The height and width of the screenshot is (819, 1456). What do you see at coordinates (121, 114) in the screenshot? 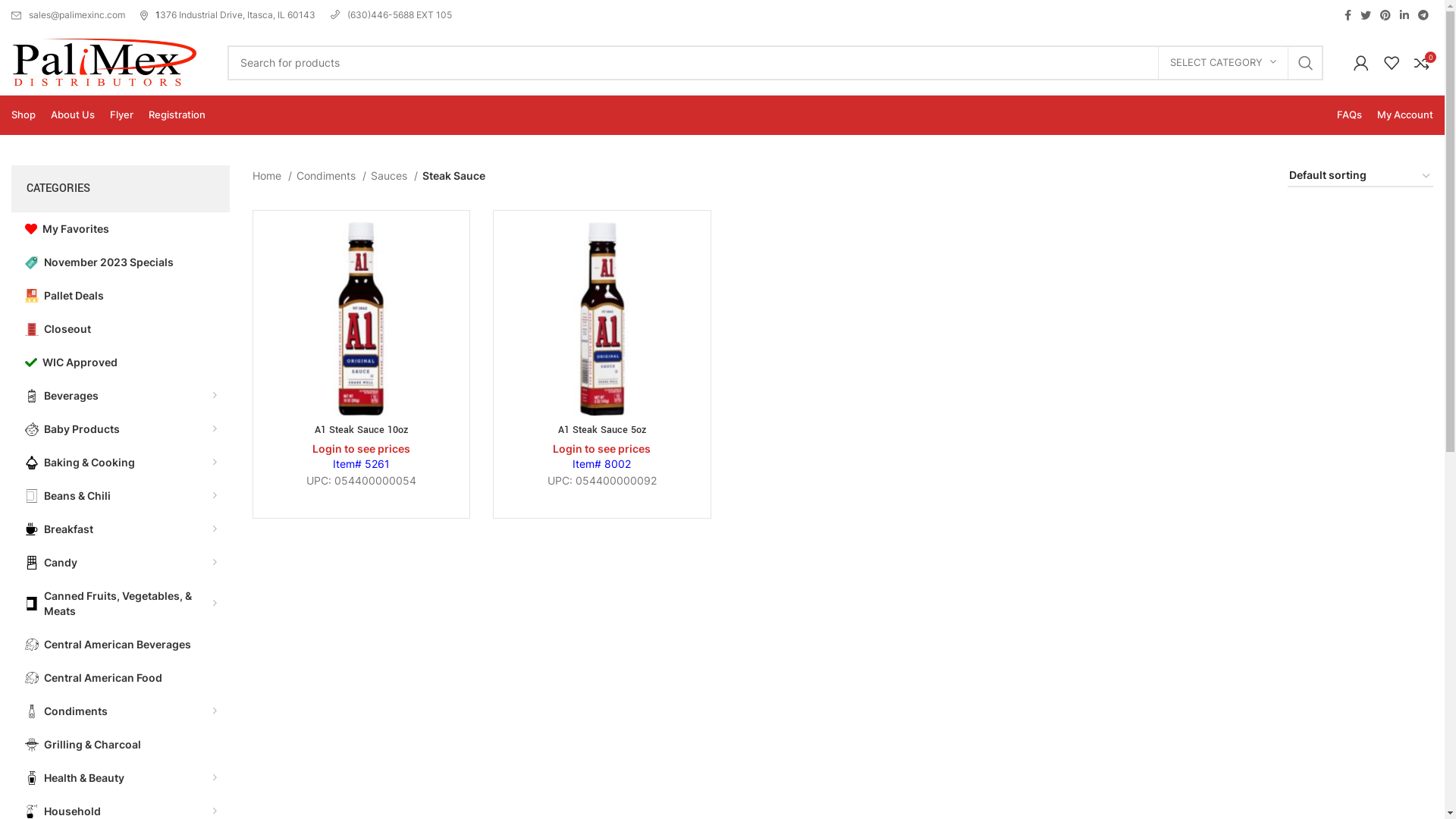
I see `'Flyer'` at bounding box center [121, 114].